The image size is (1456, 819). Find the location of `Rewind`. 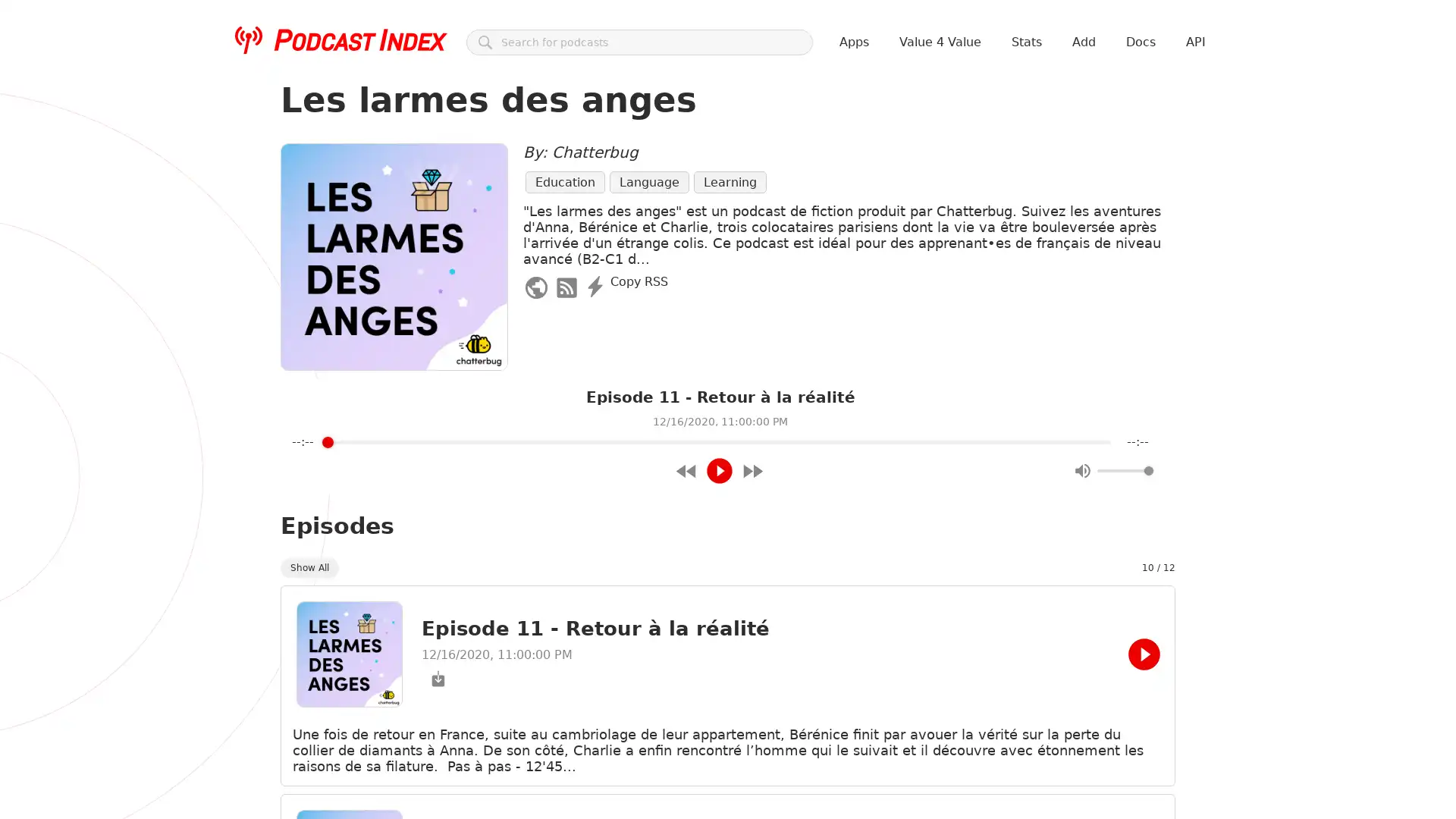

Rewind is located at coordinates (686, 469).